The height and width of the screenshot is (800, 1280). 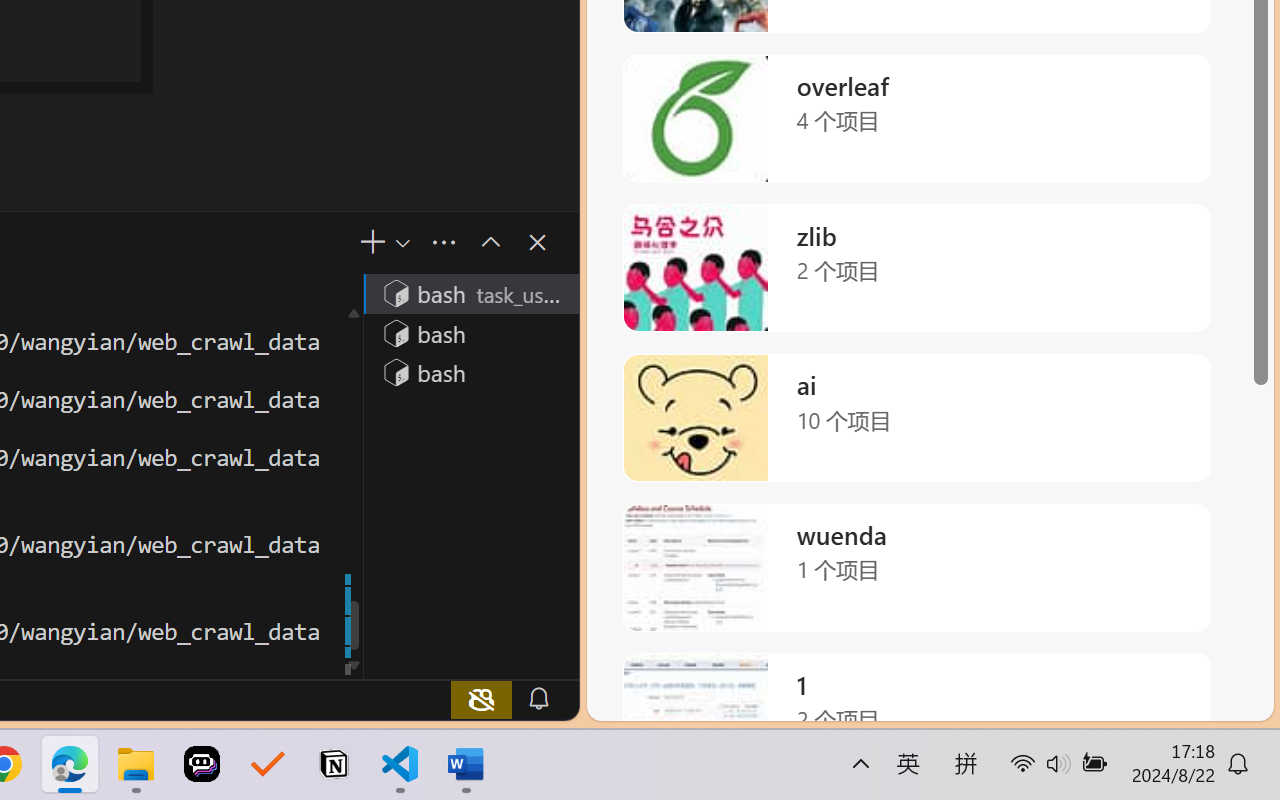 I want to click on 'Launch Profile...', so click(x=400, y=242).